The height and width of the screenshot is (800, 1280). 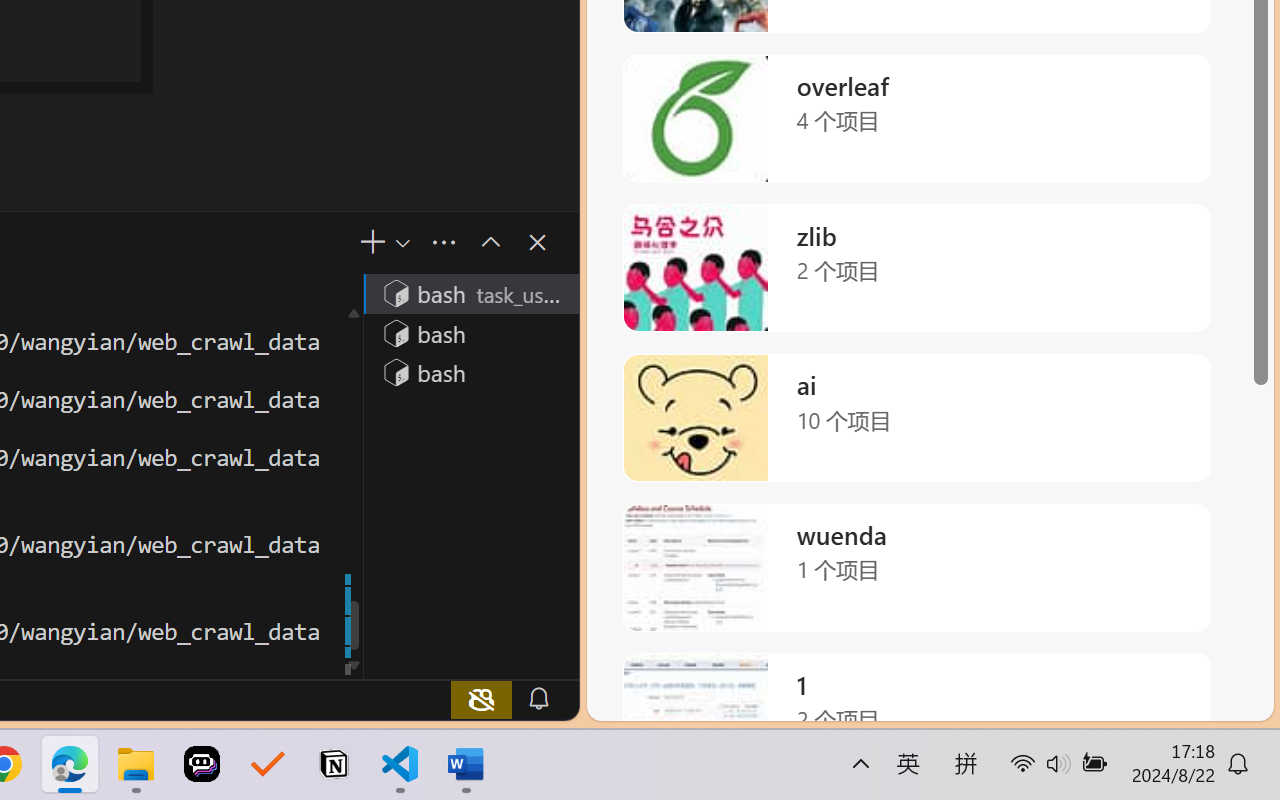 I want to click on 'Launch Profile...', so click(x=400, y=242).